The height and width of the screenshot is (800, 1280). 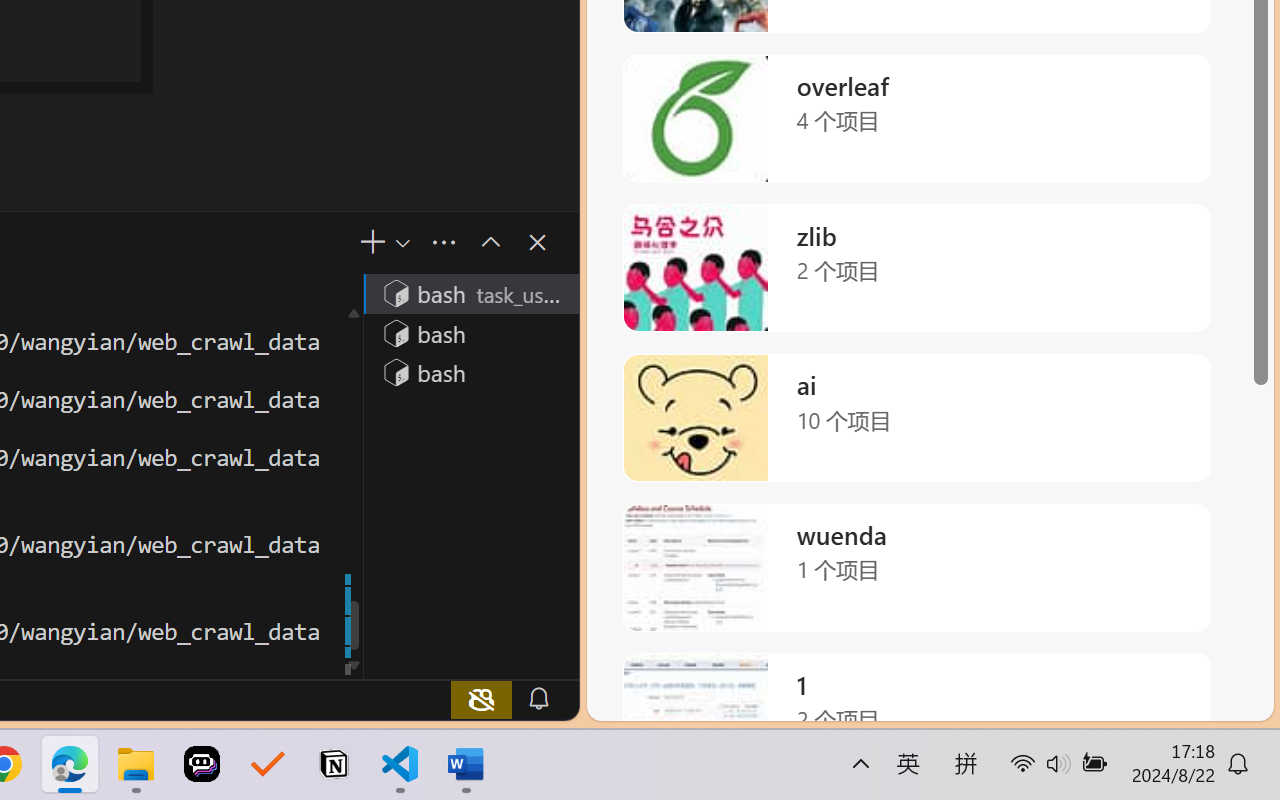 I want to click on 'Launch Profile...', so click(x=400, y=242).